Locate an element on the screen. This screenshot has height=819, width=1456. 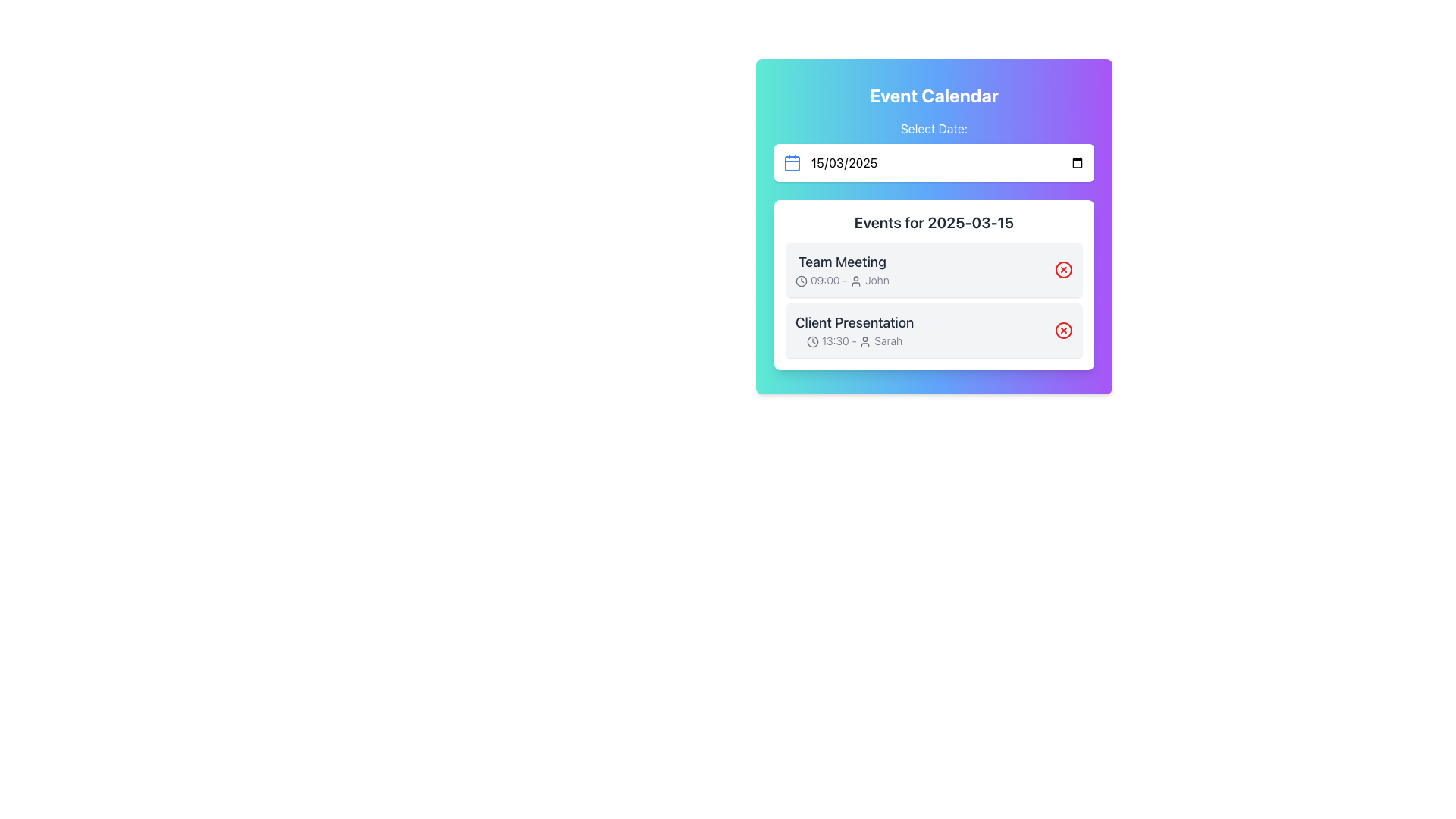
the text label displaying '09:00 - John' with associated icons for a clock and a user, located beneath 'Team Meeting' in the calendar interface is located at coordinates (841, 281).